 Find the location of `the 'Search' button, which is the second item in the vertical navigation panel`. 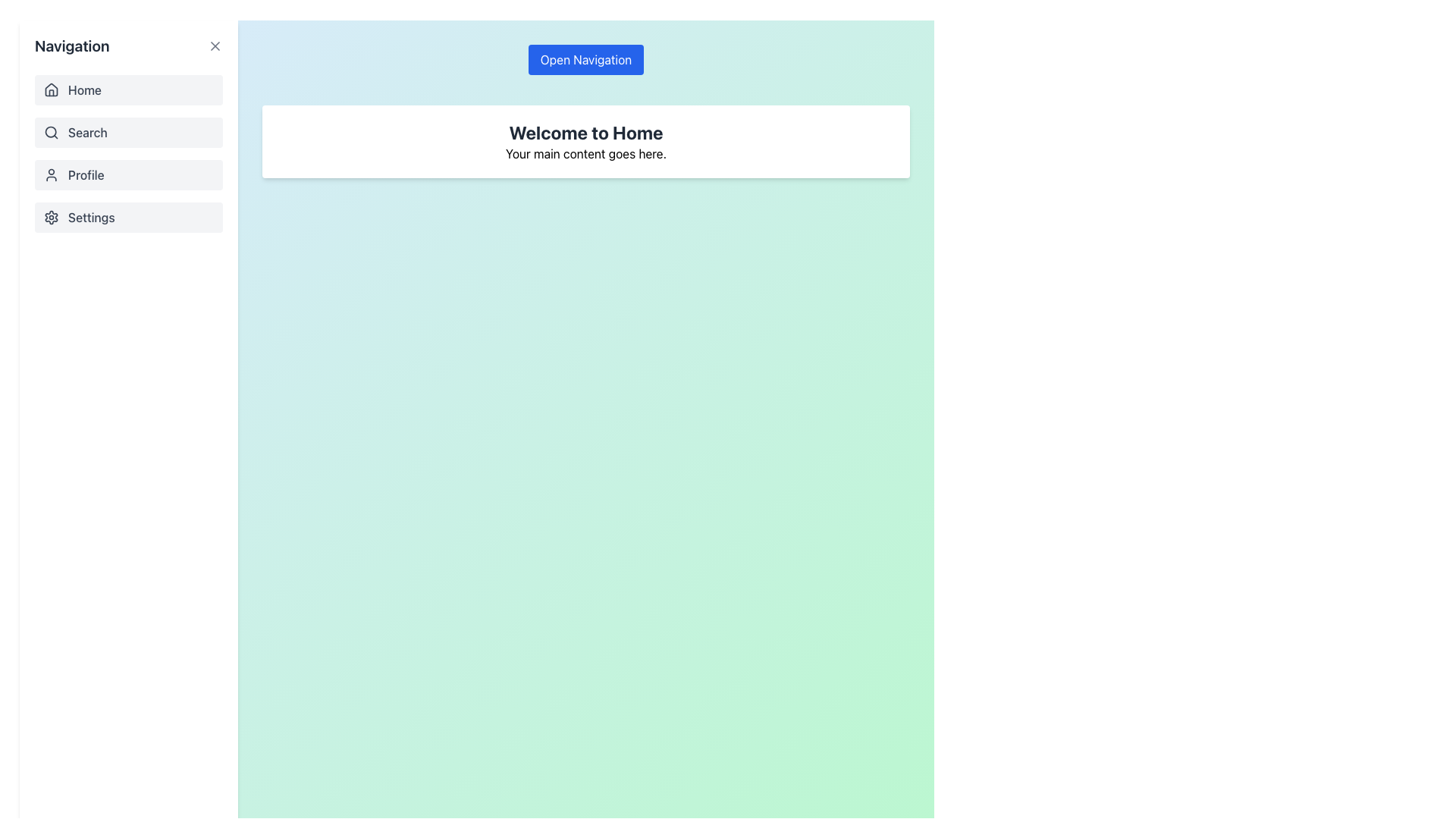

the 'Search' button, which is the second item in the vertical navigation panel is located at coordinates (128, 154).